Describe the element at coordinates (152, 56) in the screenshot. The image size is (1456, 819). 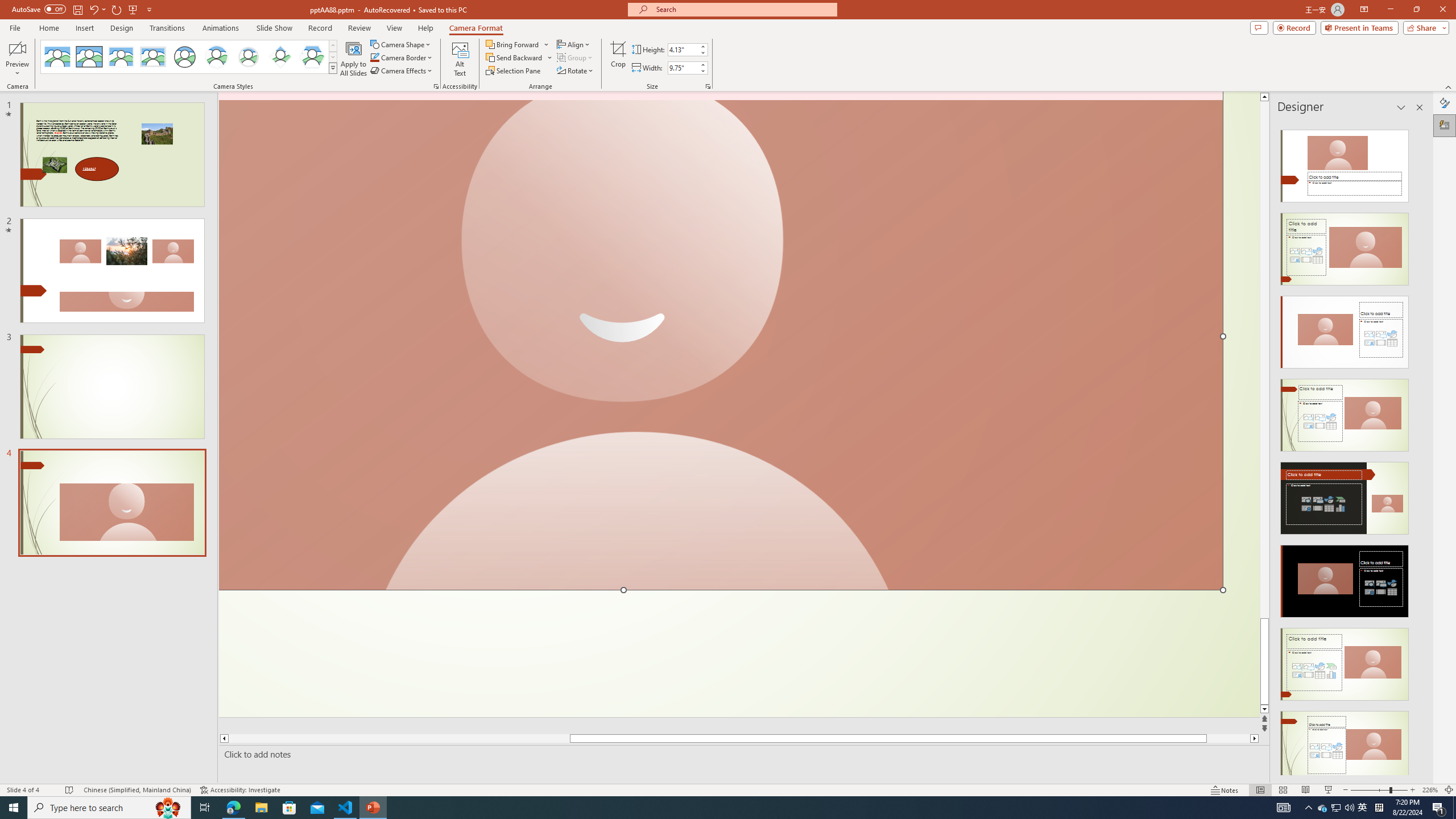
I see `'Soft Edge Rectangle'` at that location.